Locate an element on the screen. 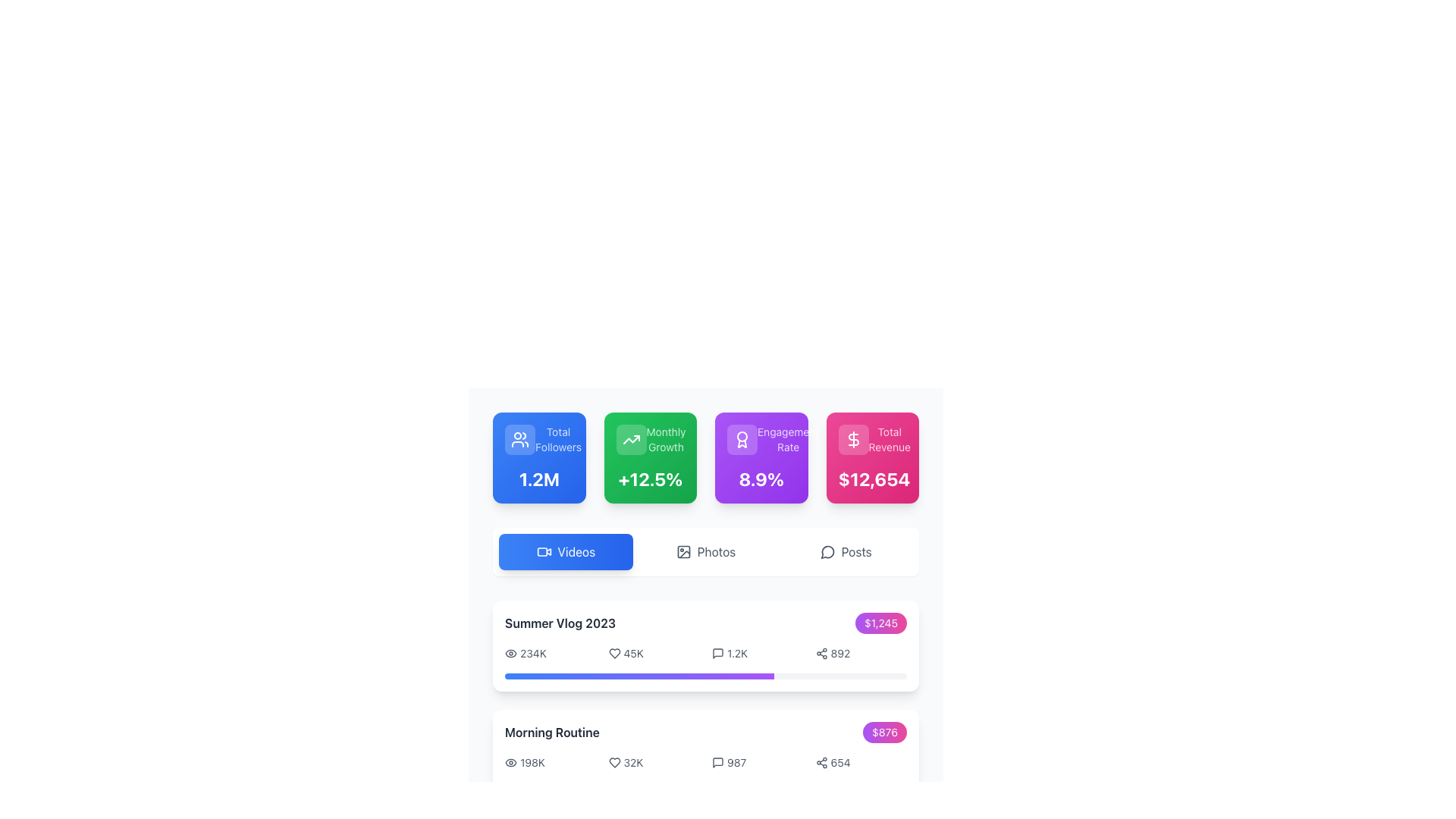 Image resolution: width=1456 pixels, height=819 pixels. the label that describes the monitored parameter in the top-left corner of the green card, which is centrally aligned above the bold '+12.5%' label is located at coordinates (650, 439).